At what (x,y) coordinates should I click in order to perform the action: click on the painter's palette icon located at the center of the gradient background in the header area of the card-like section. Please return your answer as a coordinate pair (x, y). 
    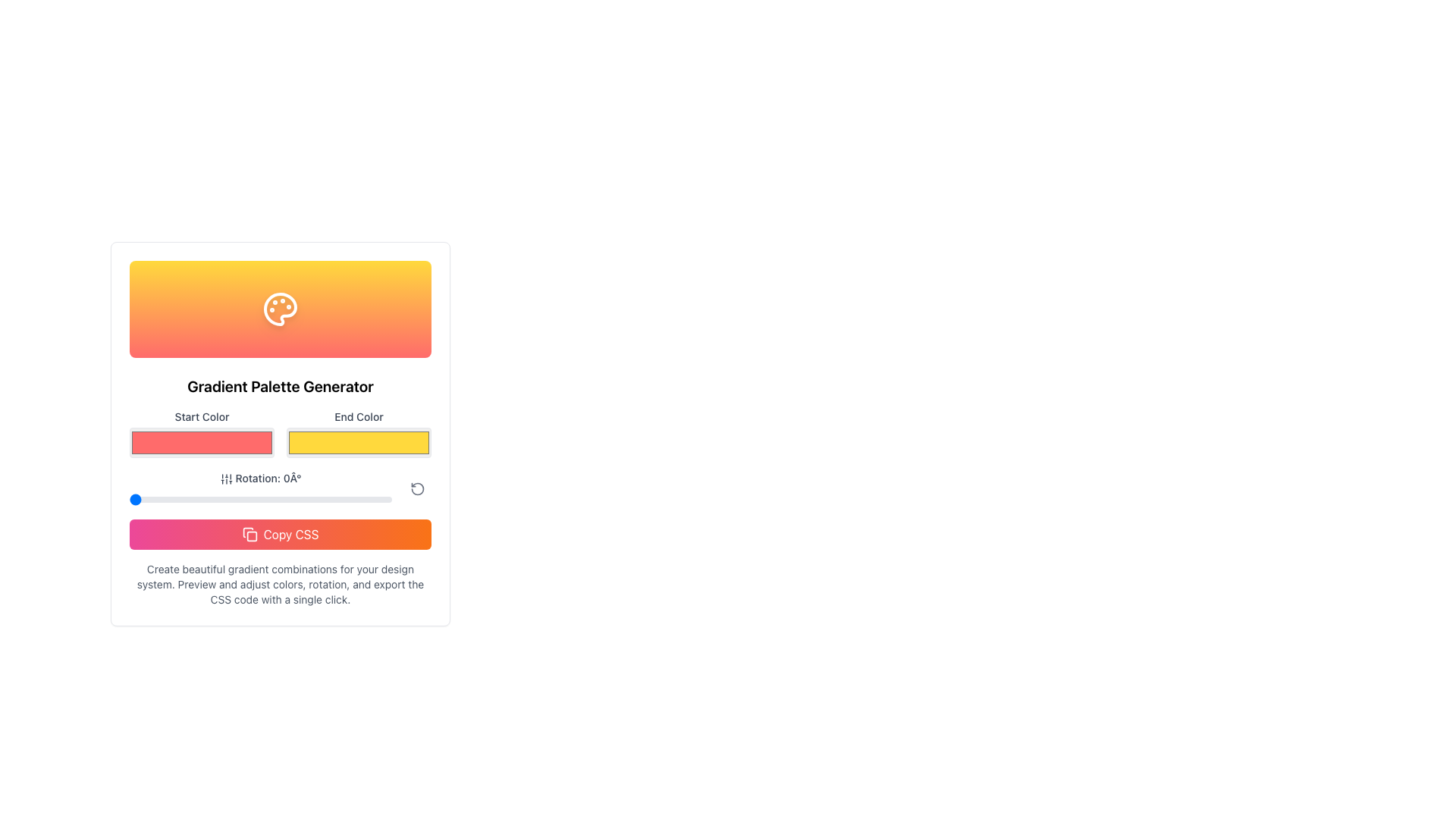
    Looking at the image, I should click on (280, 309).